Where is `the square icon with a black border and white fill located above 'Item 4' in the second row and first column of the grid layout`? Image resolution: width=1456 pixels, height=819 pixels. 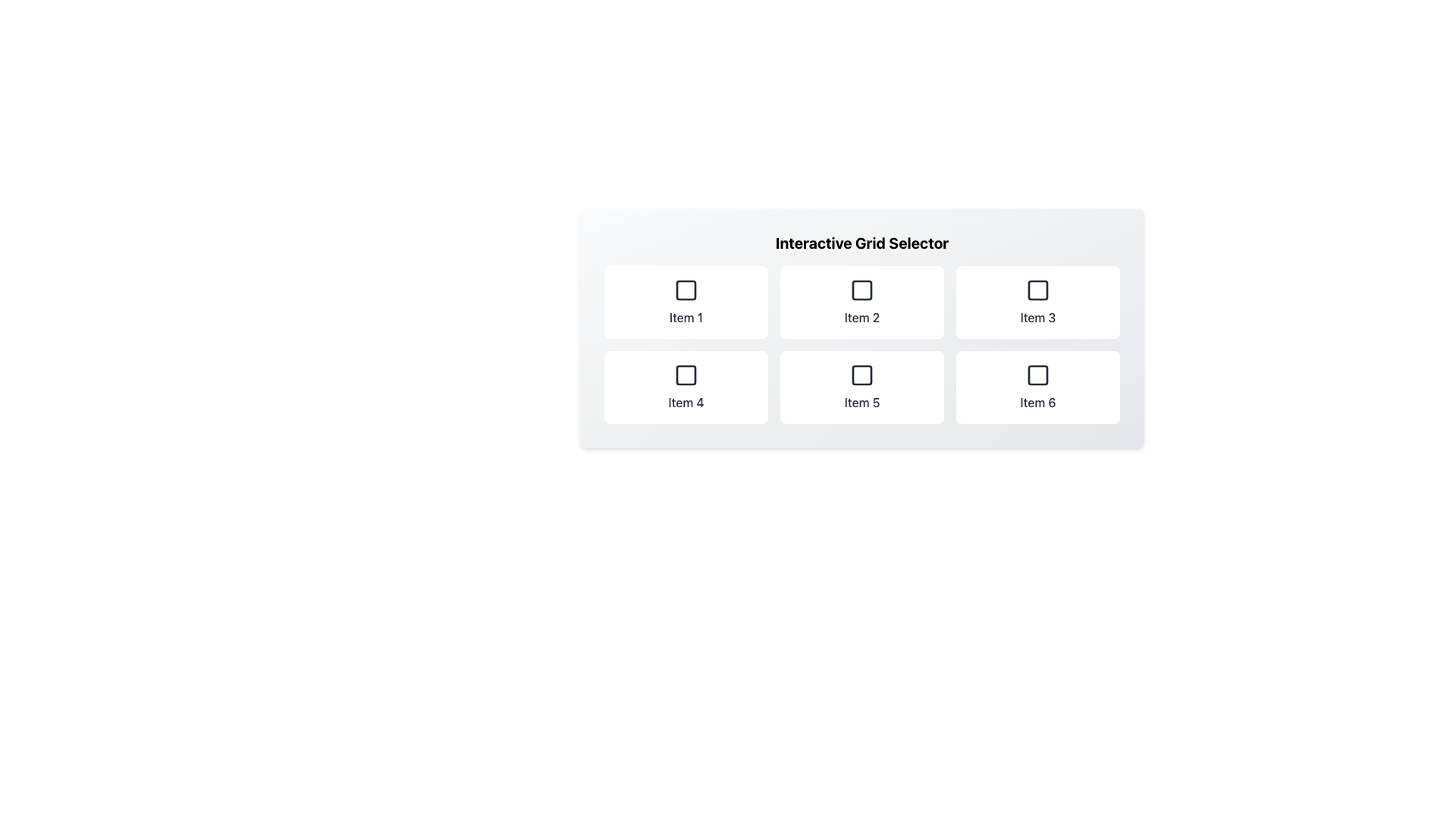 the square icon with a black border and white fill located above 'Item 4' in the second row and first column of the grid layout is located at coordinates (686, 375).